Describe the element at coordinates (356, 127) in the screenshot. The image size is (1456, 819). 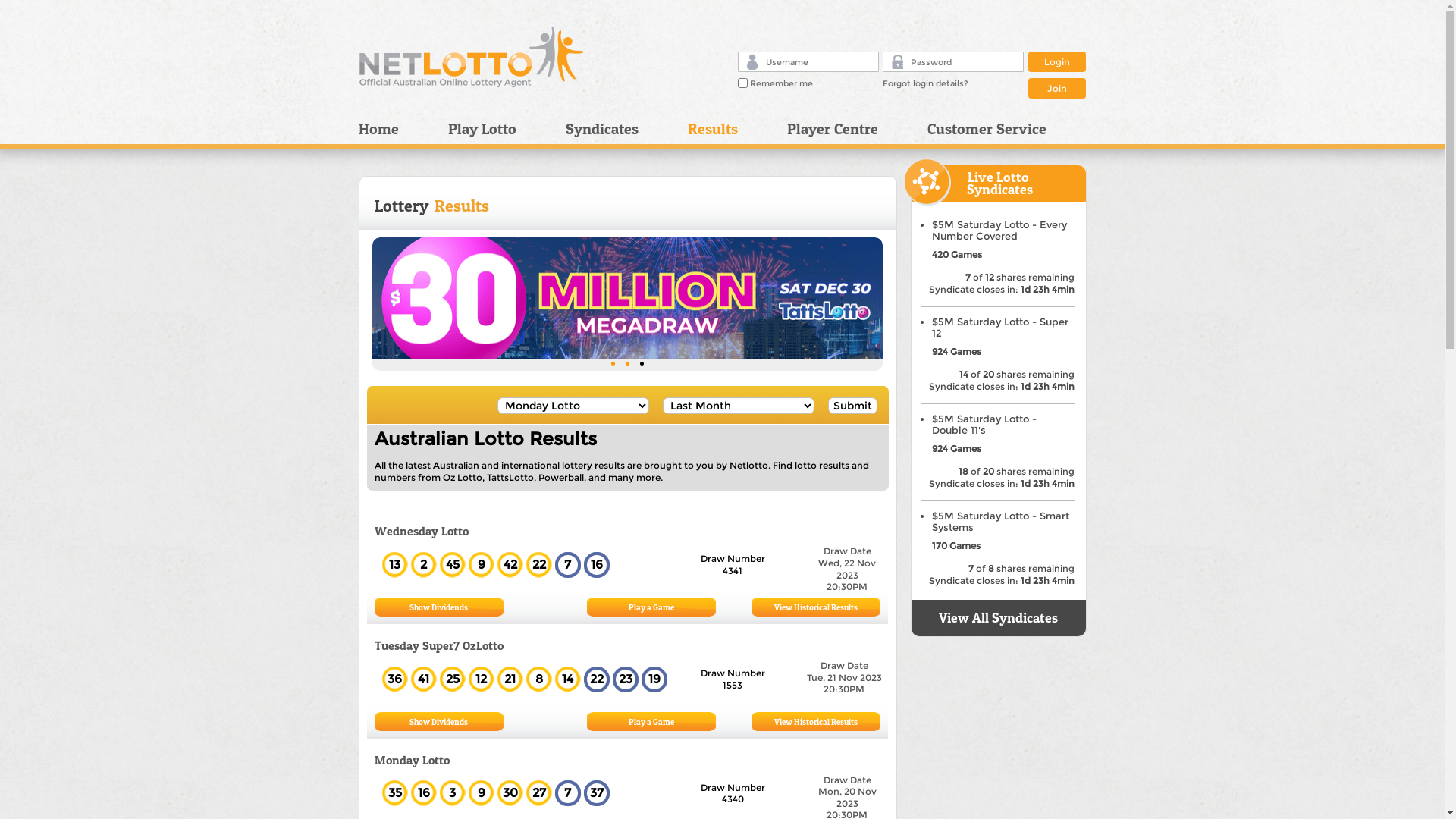
I see `'Home'` at that location.